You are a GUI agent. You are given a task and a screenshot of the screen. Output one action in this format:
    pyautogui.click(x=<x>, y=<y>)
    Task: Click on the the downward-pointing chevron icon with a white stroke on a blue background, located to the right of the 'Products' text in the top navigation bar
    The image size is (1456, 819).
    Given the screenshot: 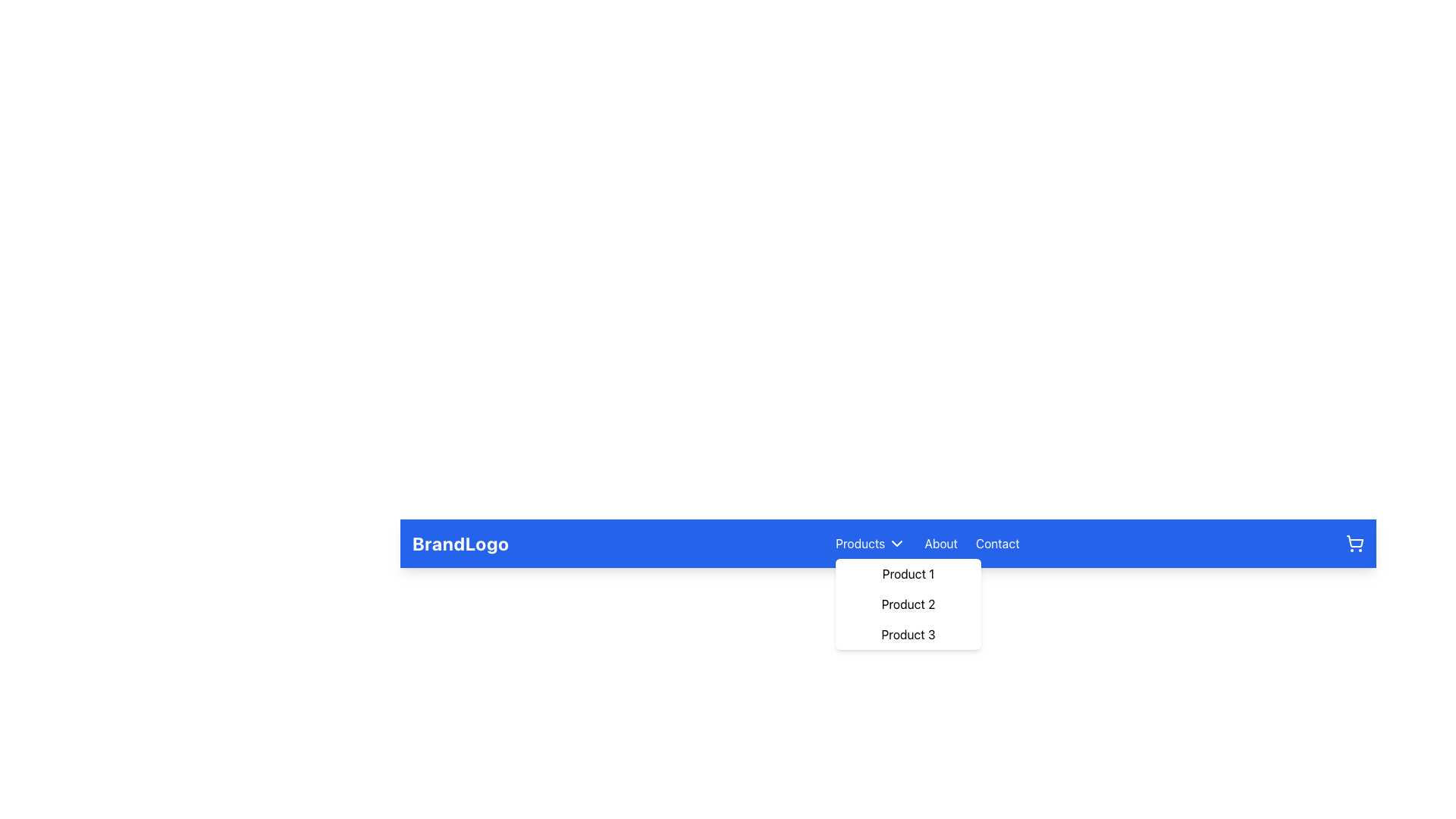 What is the action you would take?
    pyautogui.click(x=897, y=543)
    